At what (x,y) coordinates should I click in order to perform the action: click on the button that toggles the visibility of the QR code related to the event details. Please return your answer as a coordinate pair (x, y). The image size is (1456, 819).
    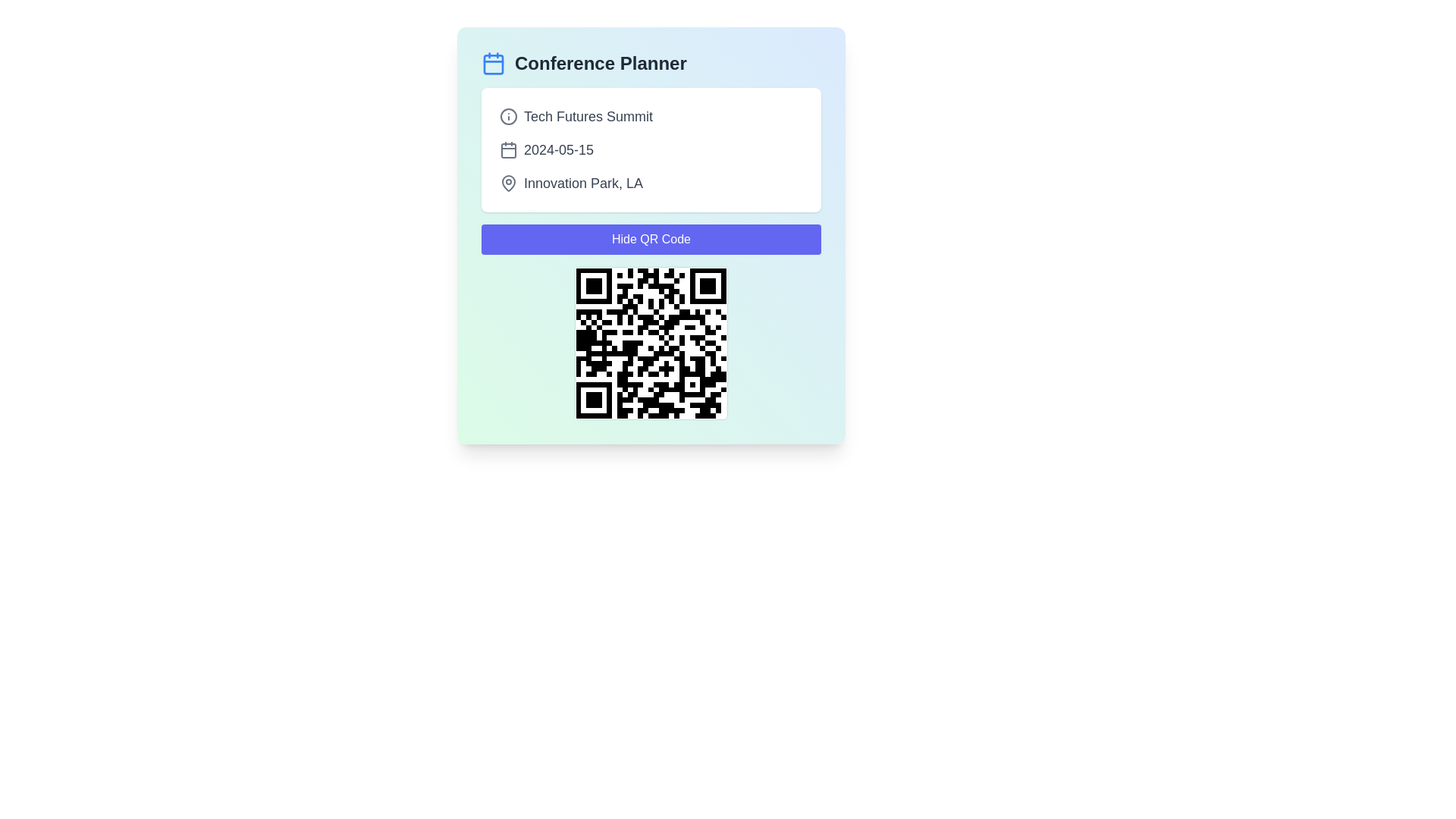
    Looking at the image, I should click on (651, 239).